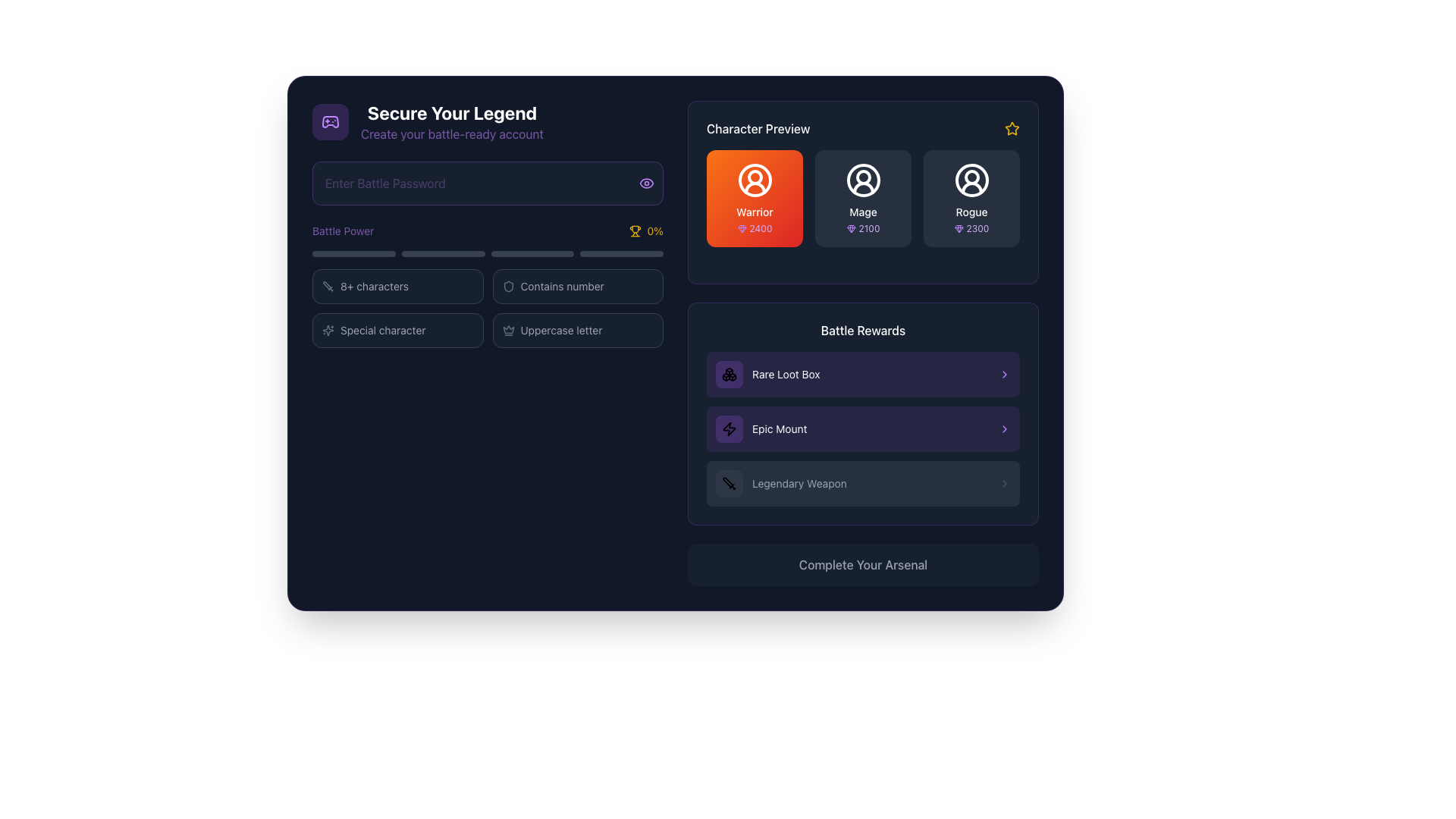 The width and height of the screenshot is (1456, 819). Describe the element at coordinates (622, 253) in the screenshot. I see `the slim rectangular progress bar with rounded ends that is solid red, located in the bottom right quadrant of the 'Battle Power' section` at that location.